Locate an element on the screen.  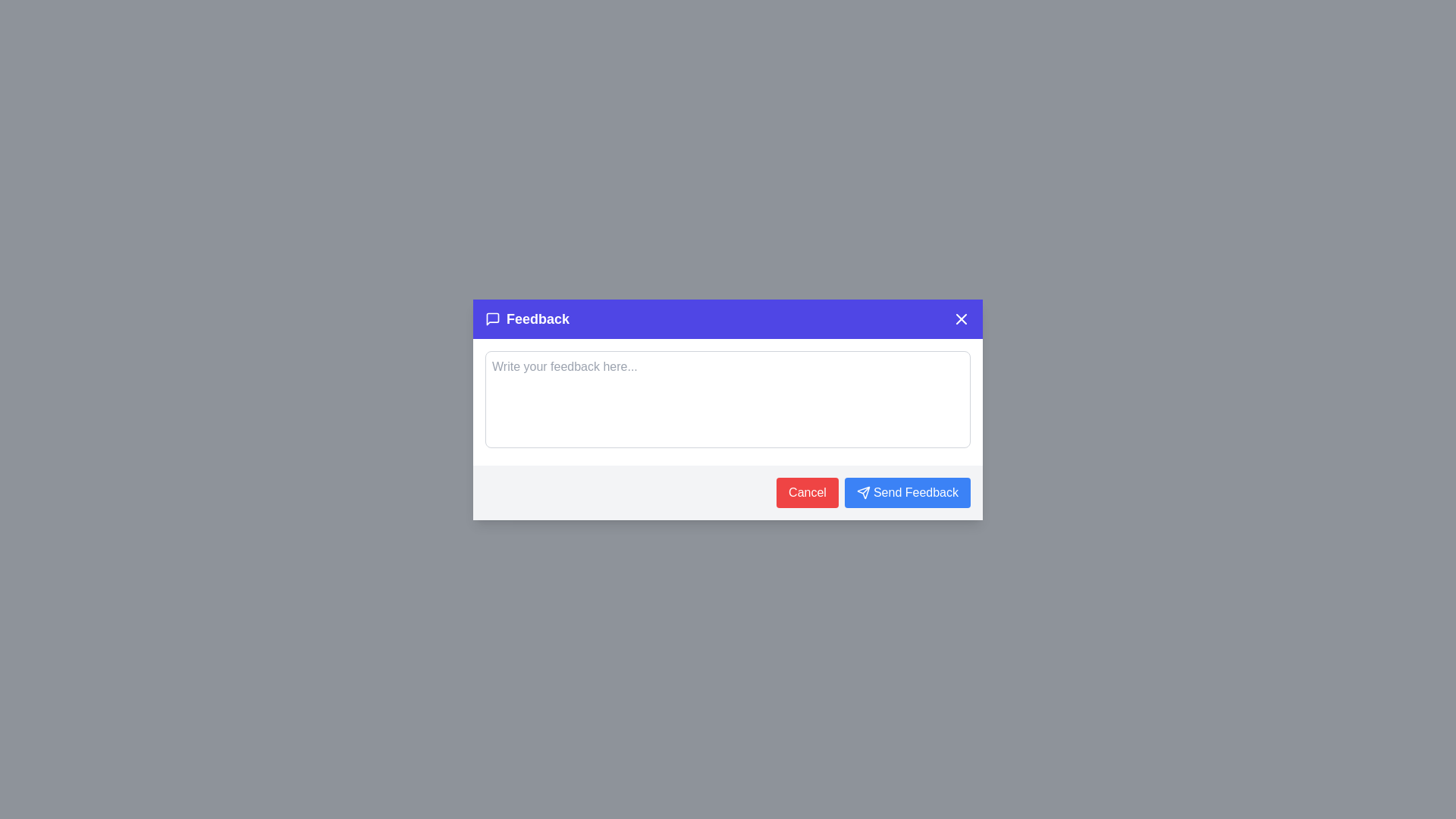
the 'Cancel' button to close the feedback dialog is located at coordinates (807, 493).